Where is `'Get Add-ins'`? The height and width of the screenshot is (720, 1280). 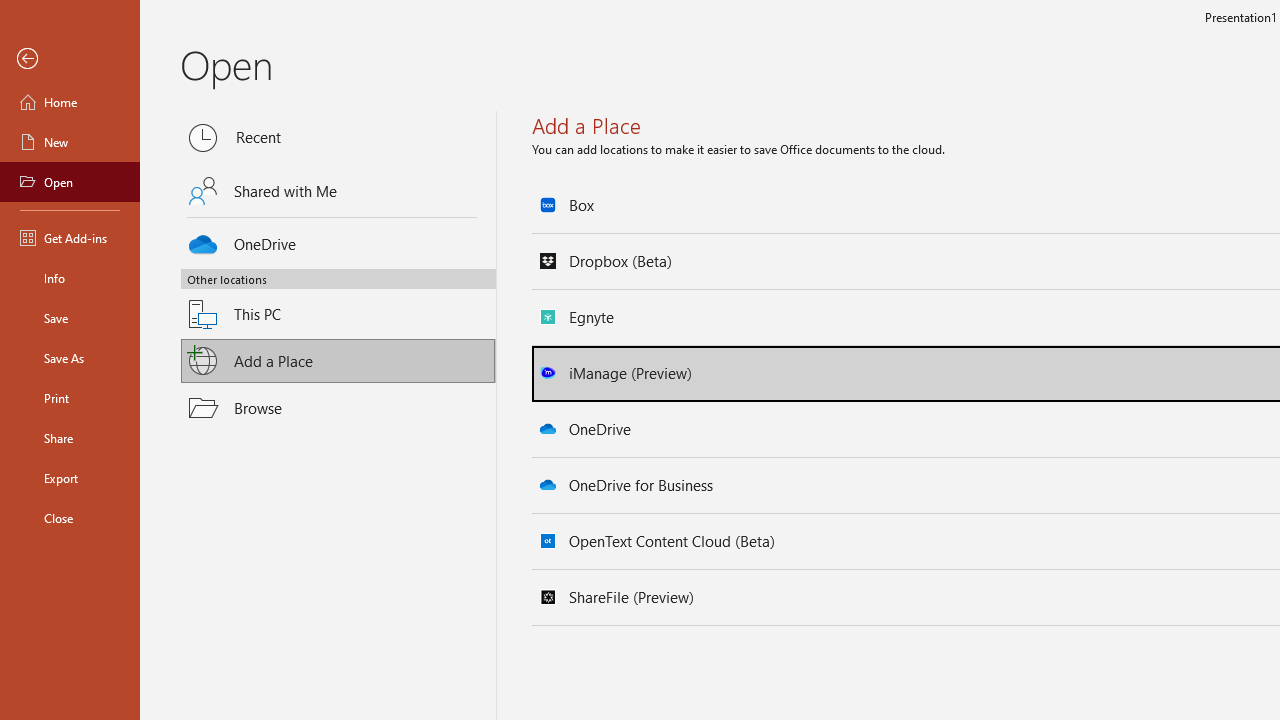 'Get Add-ins' is located at coordinates (69, 236).